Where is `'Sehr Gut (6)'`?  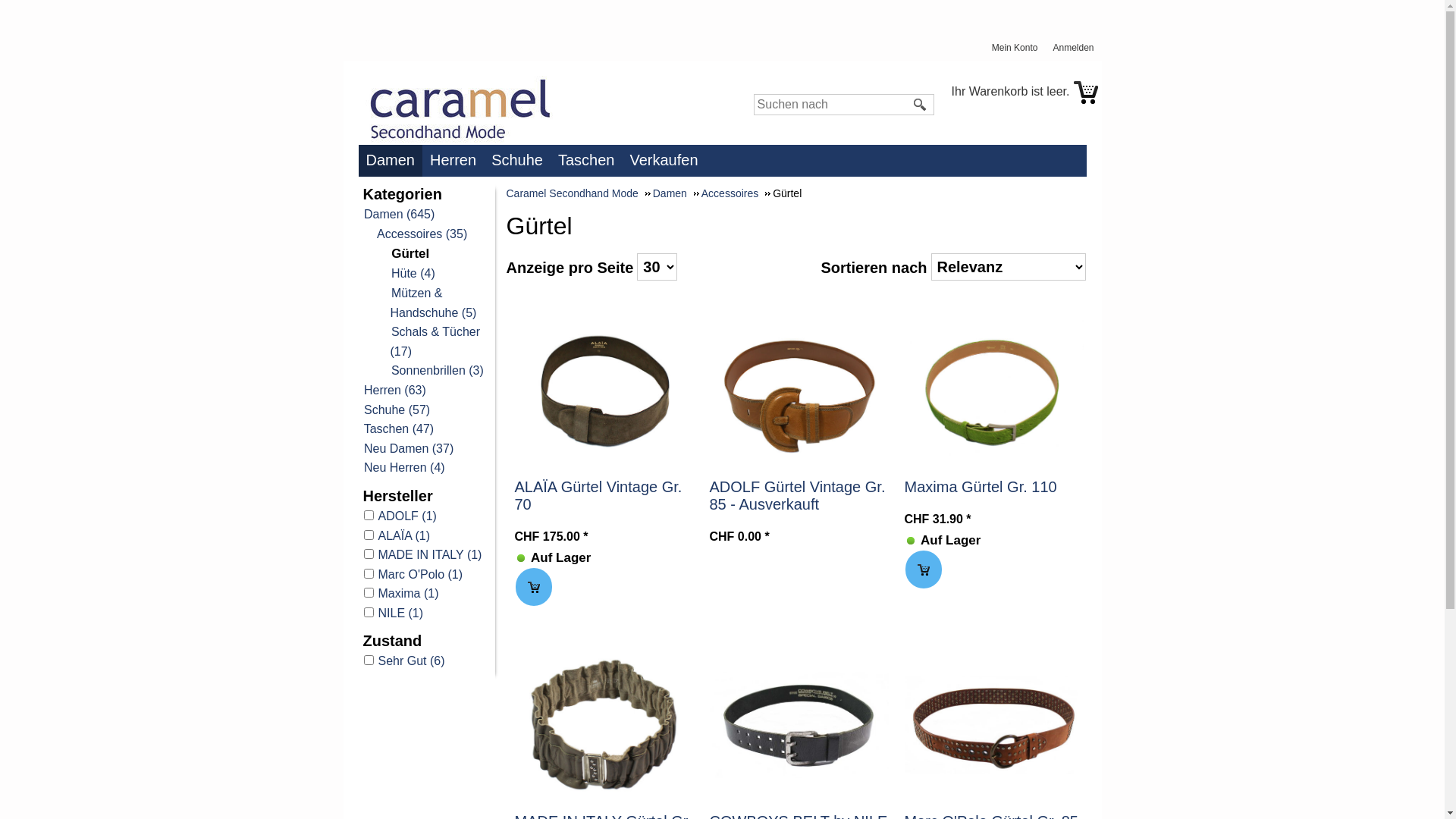
'Sehr Gut (6)' is located at coordinates (362, 660).